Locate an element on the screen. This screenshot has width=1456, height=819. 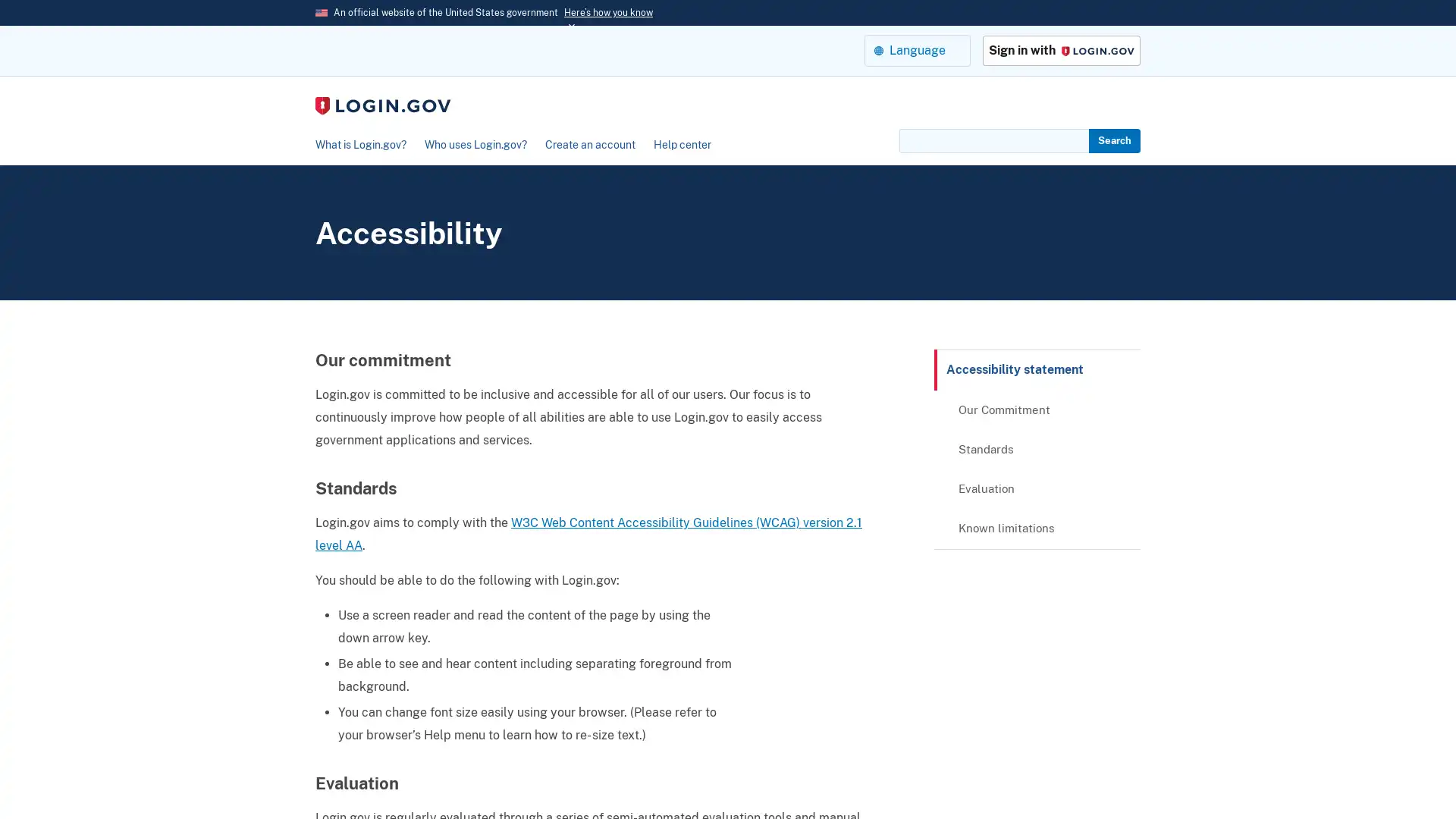
Language is located at coordinates (916, 49).